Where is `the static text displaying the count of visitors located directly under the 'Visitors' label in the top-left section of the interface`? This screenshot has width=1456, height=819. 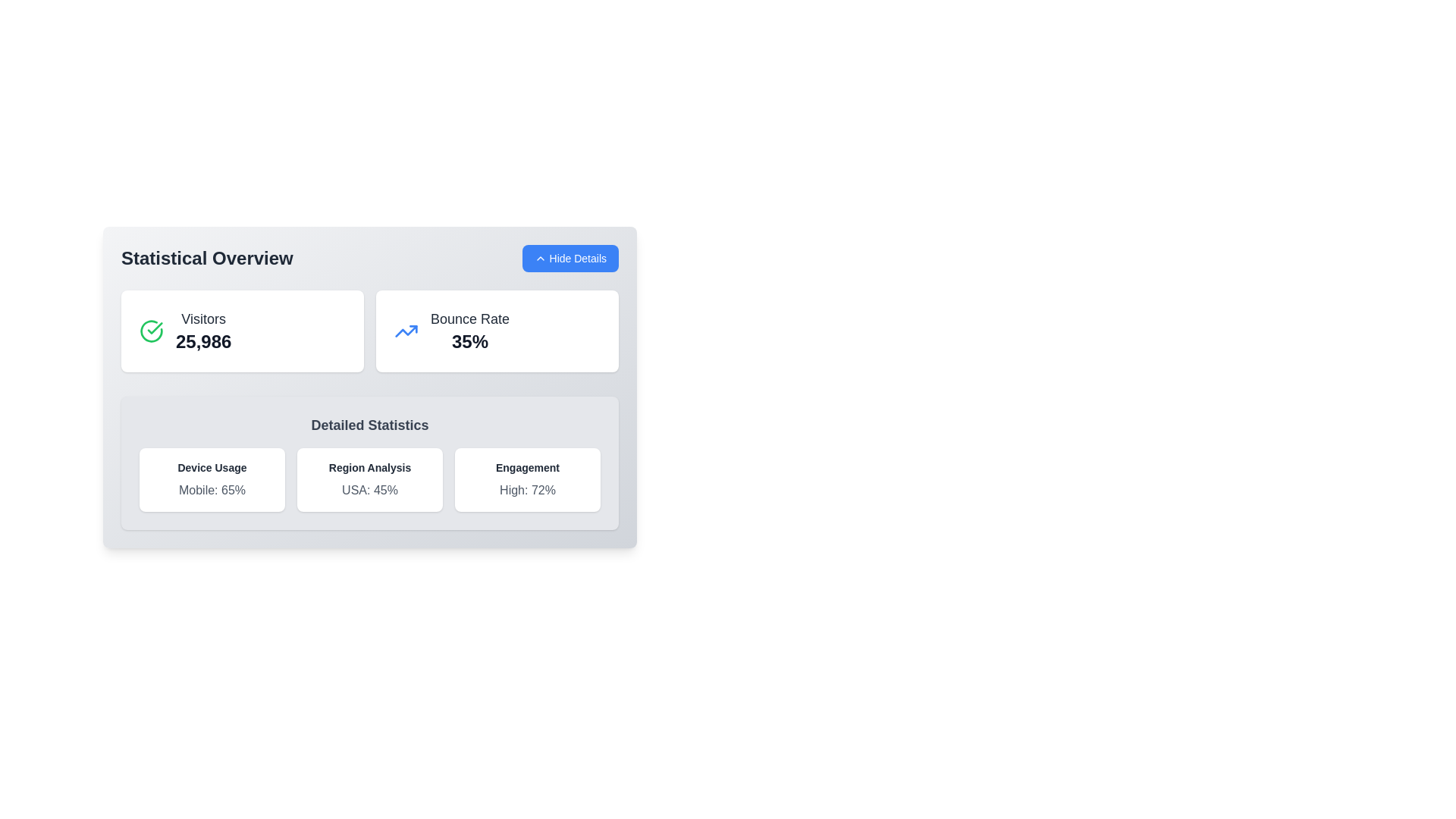 the static text displaying the count of visitors located directly under the 'Visitors' label in the top-left section of the interface is located at coordinates (202, 342).